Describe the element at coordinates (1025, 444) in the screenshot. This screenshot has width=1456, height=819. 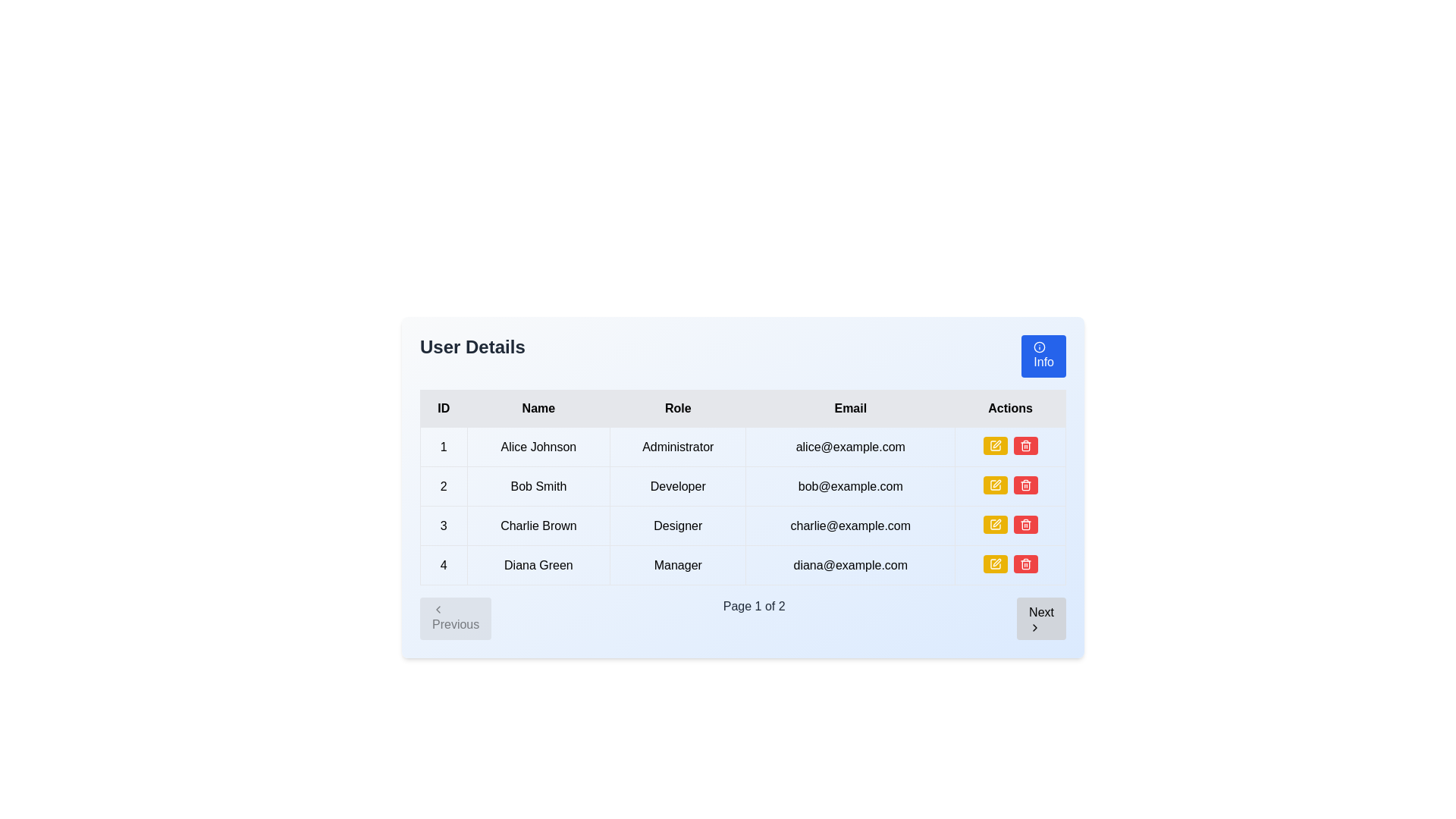
I see `the 'Delete' icon in the 'Actions' column for 'Bob Smith' to potentially display a tooltip` at that location.